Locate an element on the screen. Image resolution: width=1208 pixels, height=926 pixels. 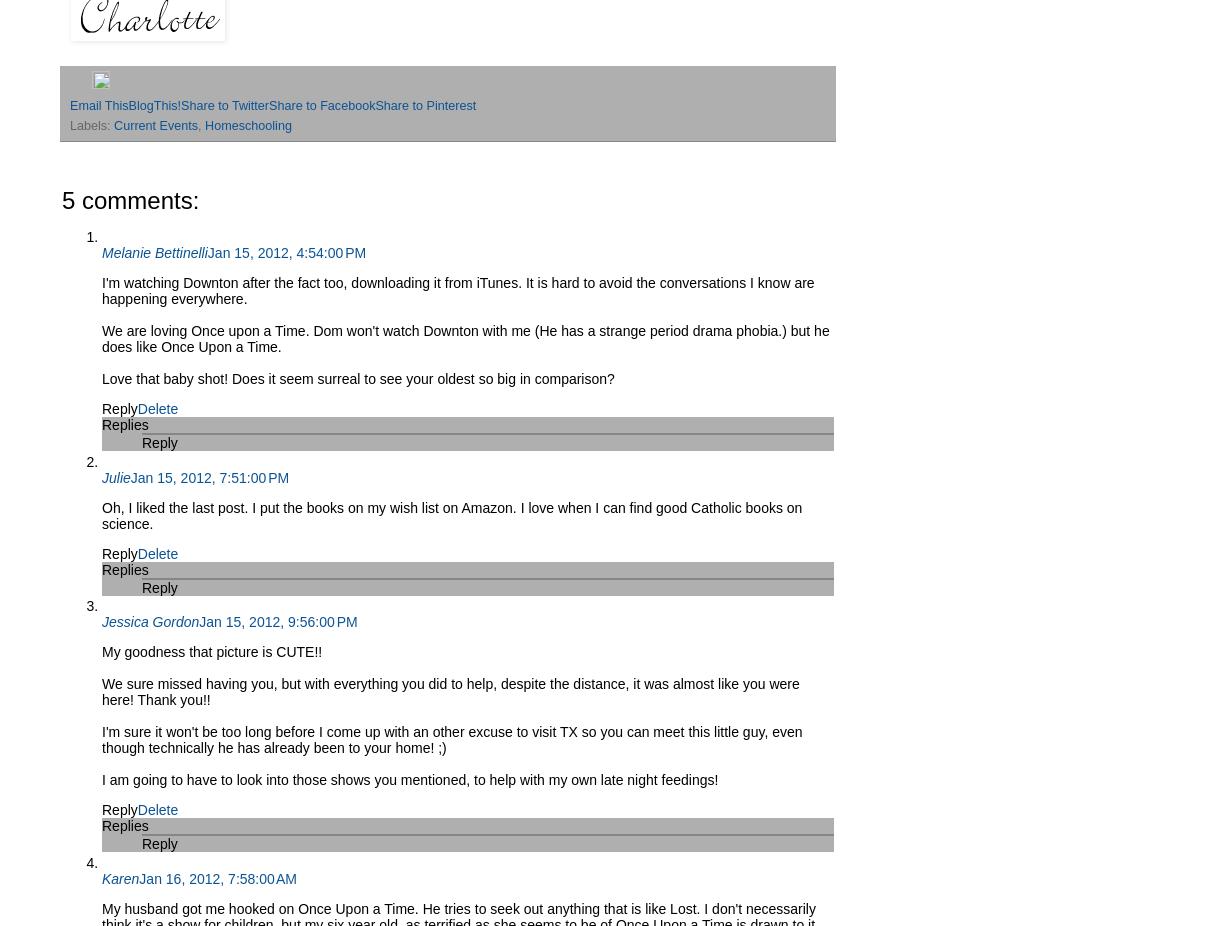
'Jan 15, 2012, 7:51:00 PM' is located at coordinates (209, 475).